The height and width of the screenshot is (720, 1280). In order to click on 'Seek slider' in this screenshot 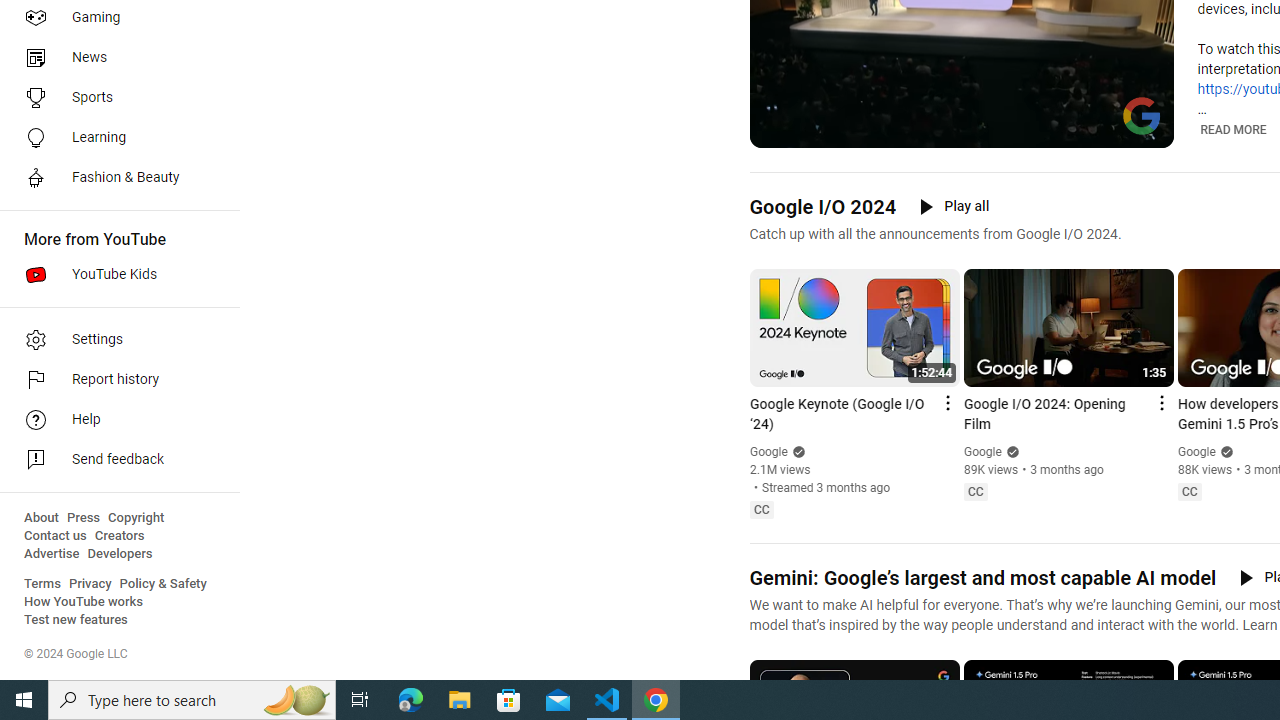, I will do `click(961, 109)`.